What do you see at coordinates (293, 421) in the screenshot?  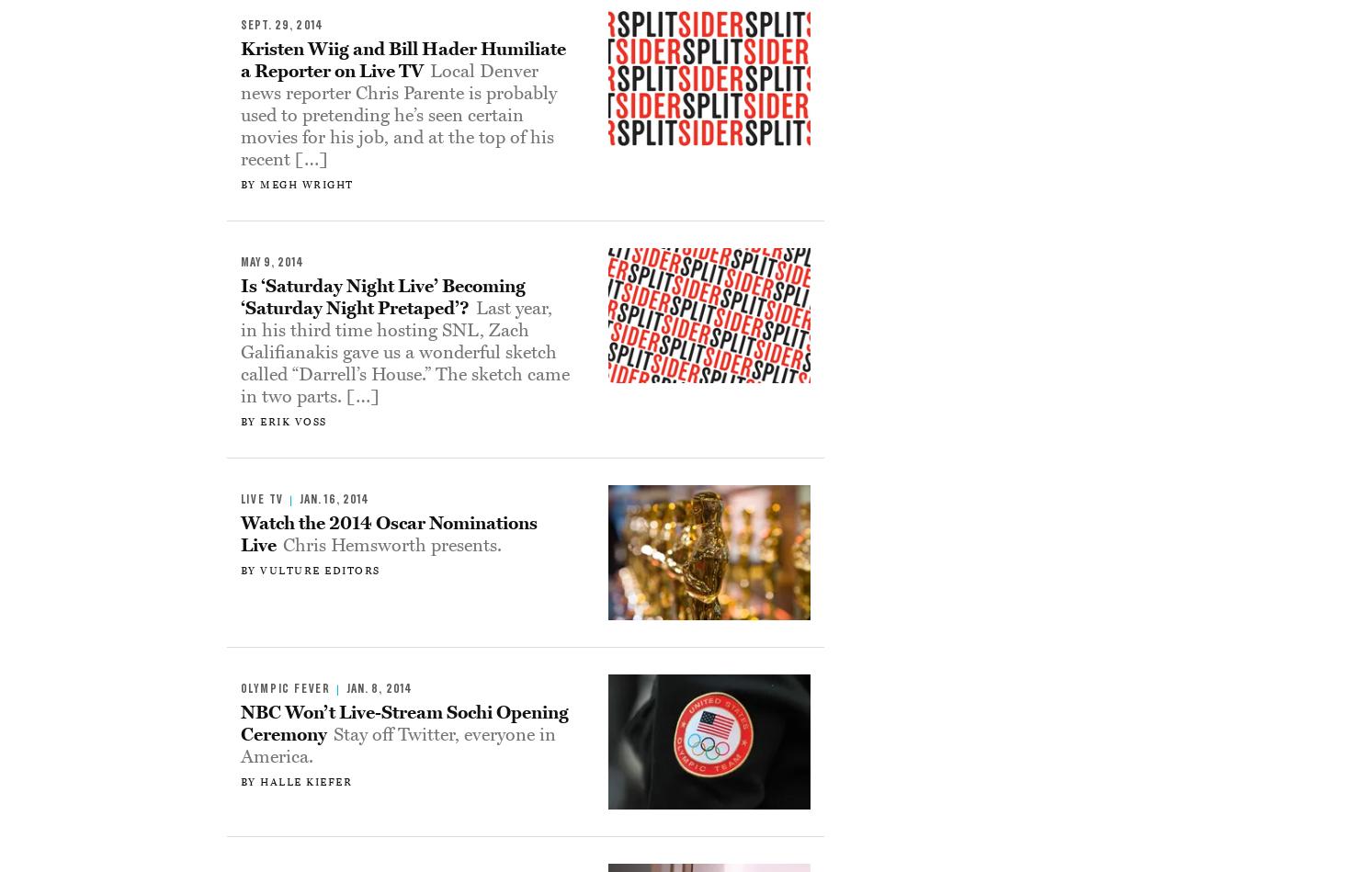 I see `'Erik Voss'` at bounding box center [293, 421].